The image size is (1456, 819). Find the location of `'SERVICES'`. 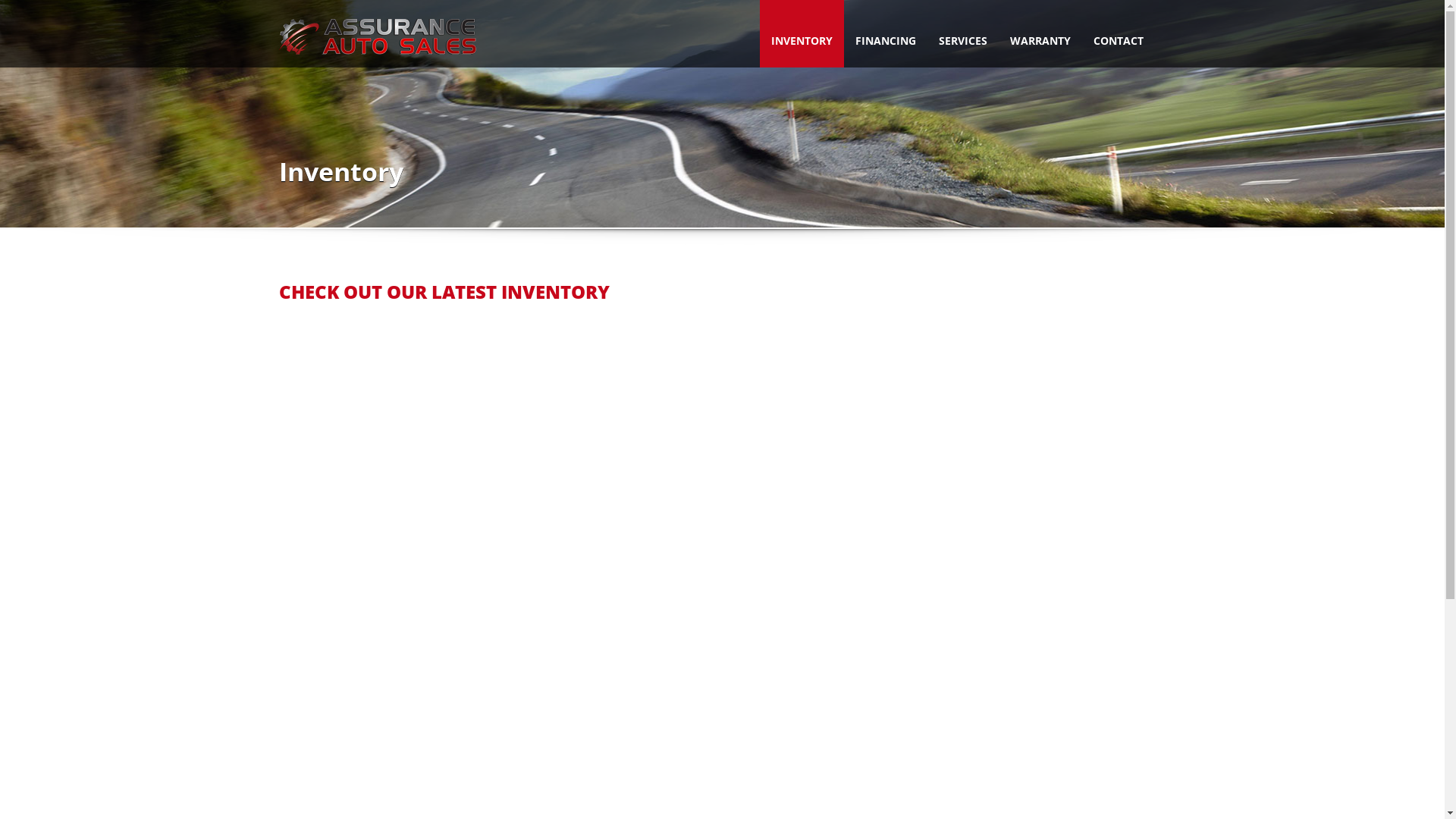

'SERVICES' is located at coordinates (961, 33).